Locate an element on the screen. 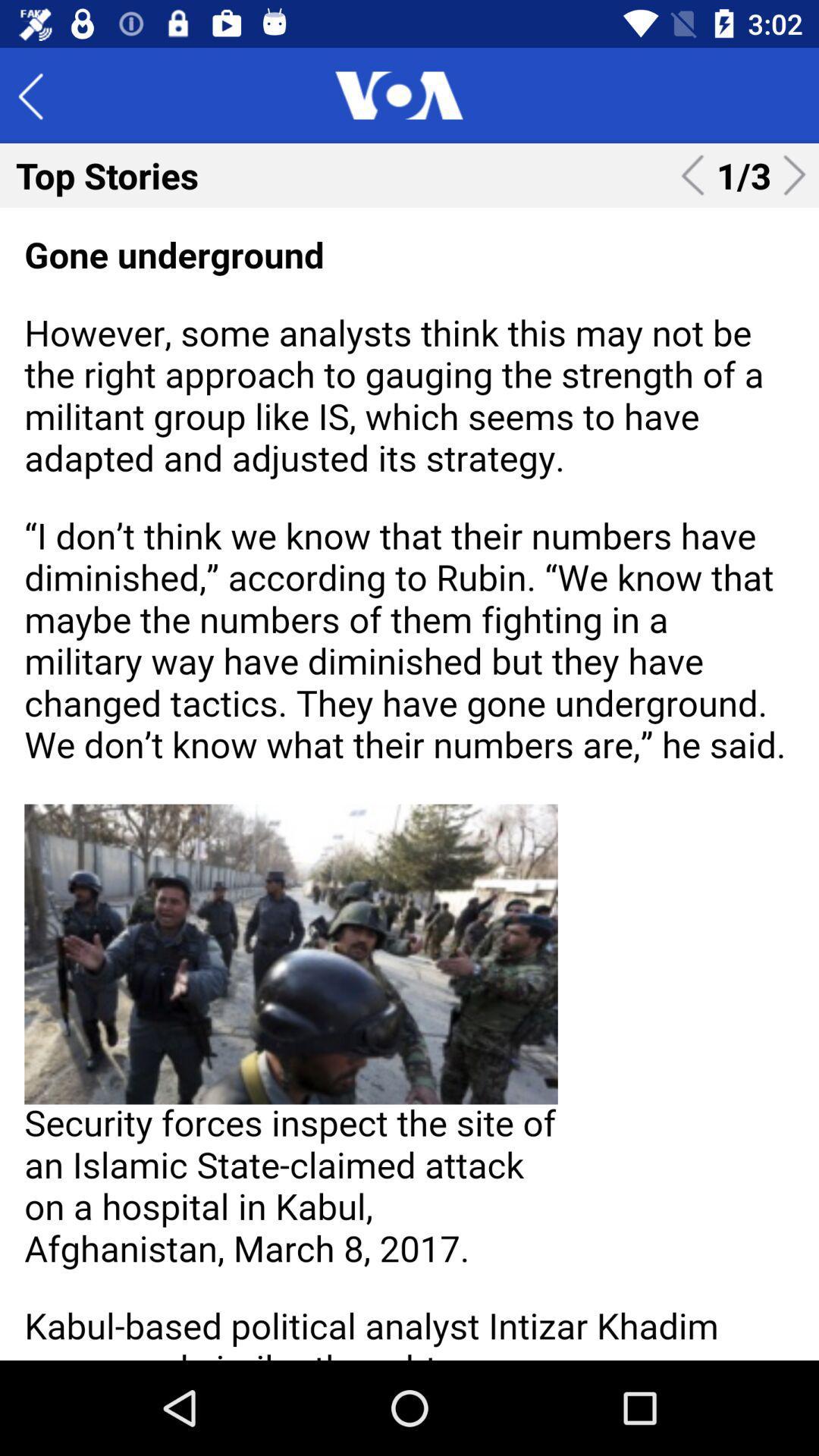 The width and height of the screenshot is (819, 1456). advertisement page is located at coordinates (409, 783).